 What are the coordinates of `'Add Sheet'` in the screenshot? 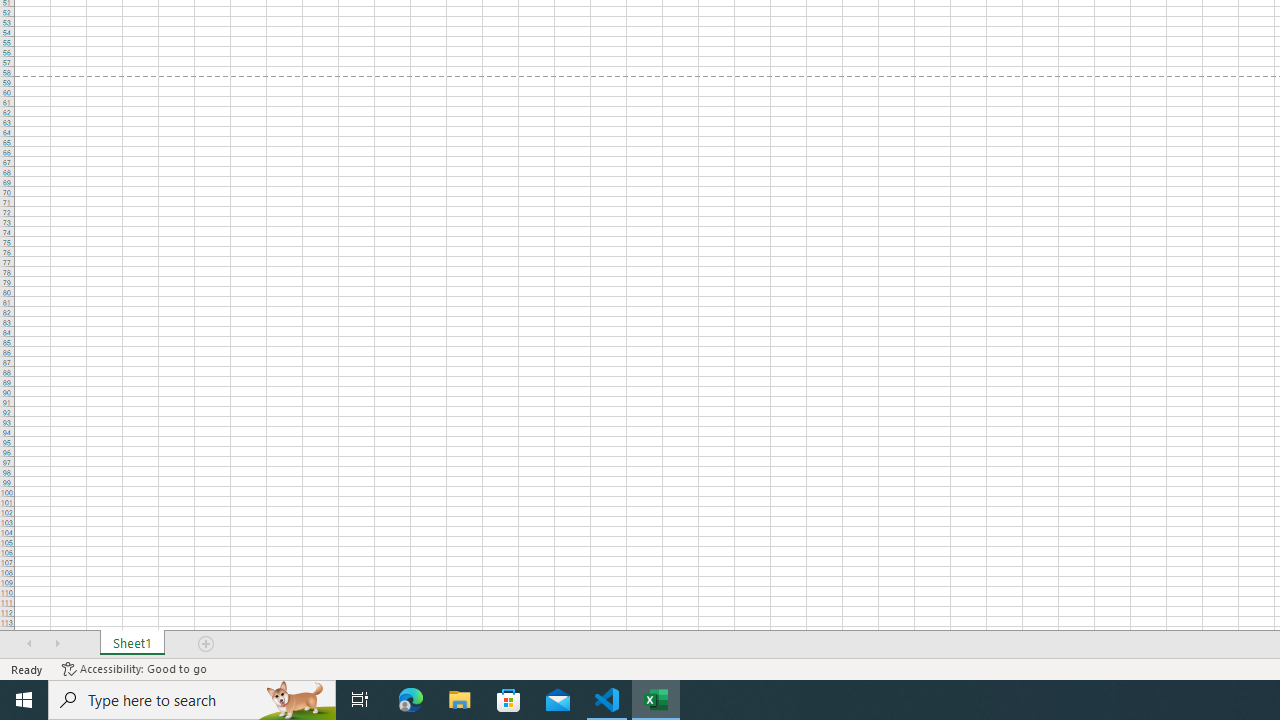 It's located at (207, 644).